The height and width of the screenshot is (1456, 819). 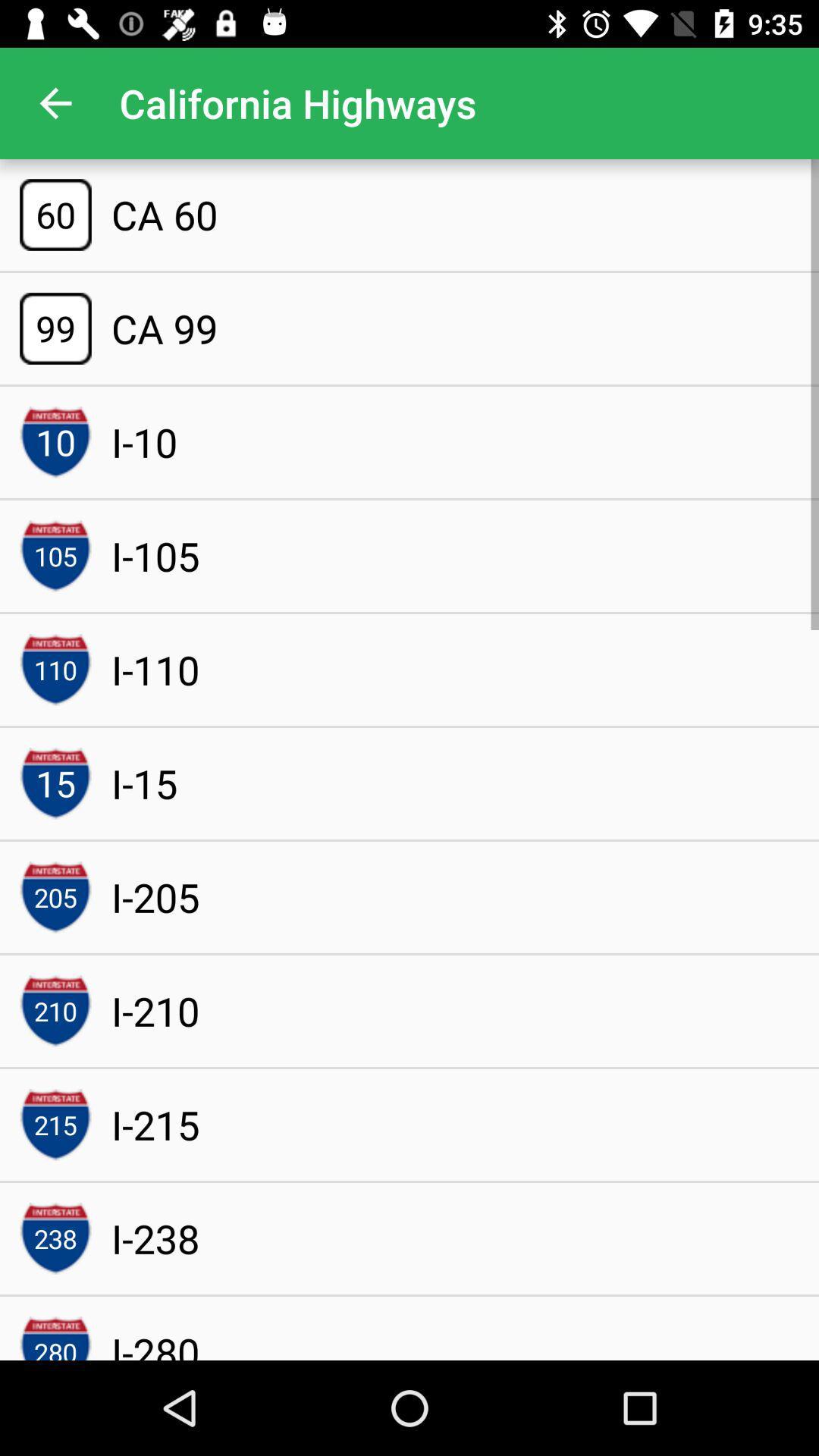 What do you see at coordinates (155, 1238) in the screenshot?
I see `the i-238` at bounding box center [155, 1238].